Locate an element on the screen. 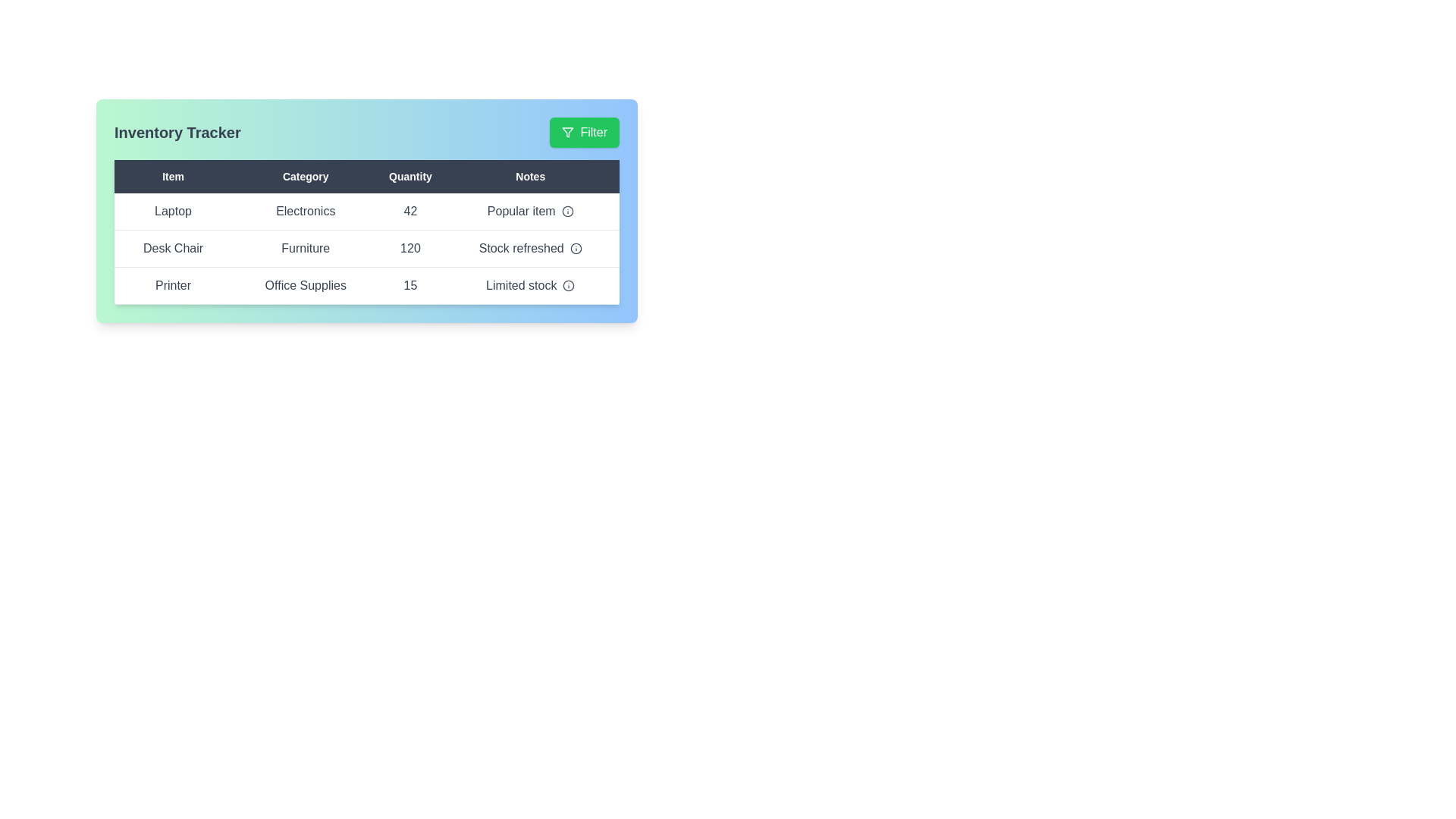 This screenshot has width=1456, height=819. the column header Notes to sort the table by that column is located at coordinates (530, 175).